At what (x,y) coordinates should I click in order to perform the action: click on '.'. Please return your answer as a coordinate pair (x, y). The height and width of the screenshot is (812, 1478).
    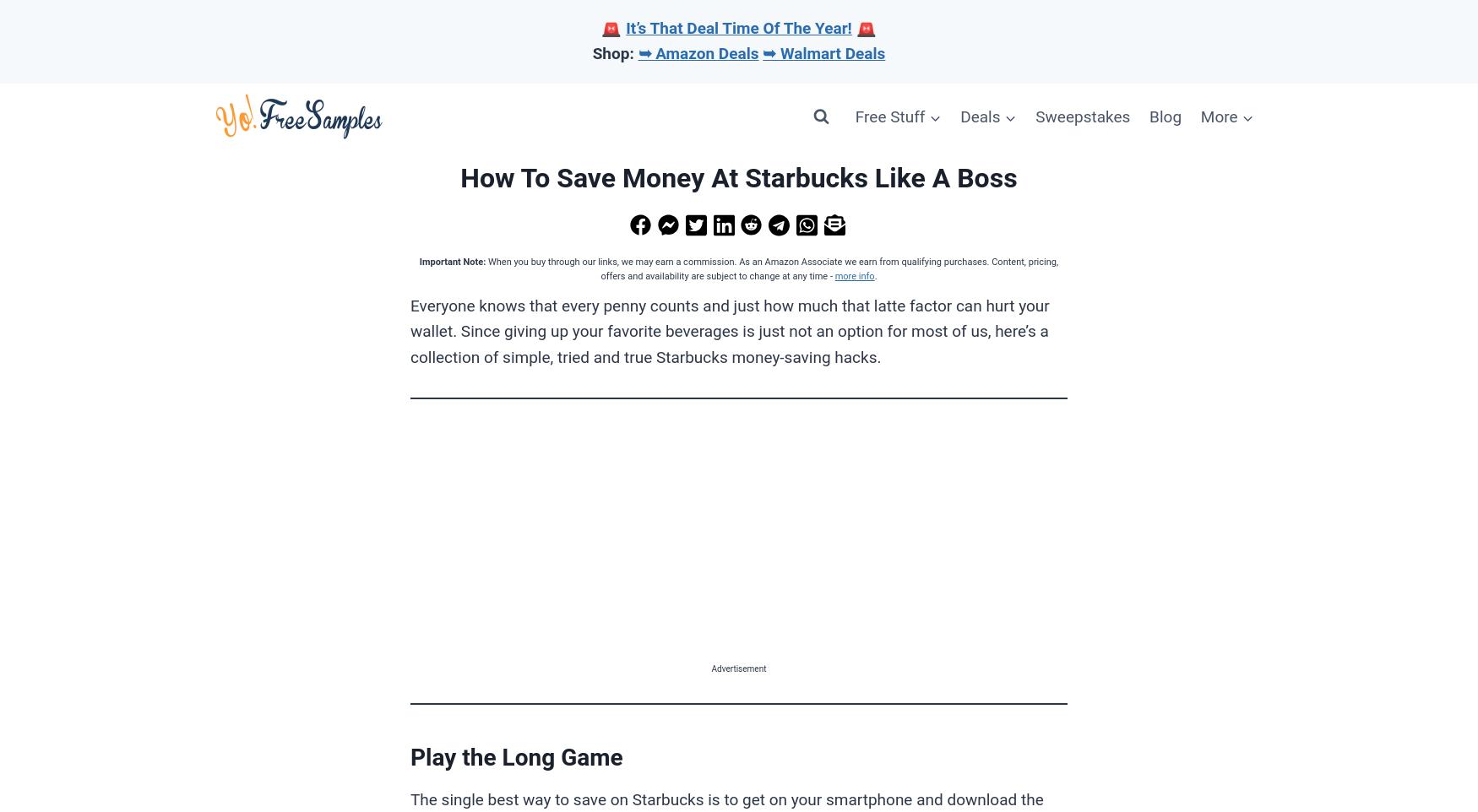
    Looking at the image, I should click on (874, 275).